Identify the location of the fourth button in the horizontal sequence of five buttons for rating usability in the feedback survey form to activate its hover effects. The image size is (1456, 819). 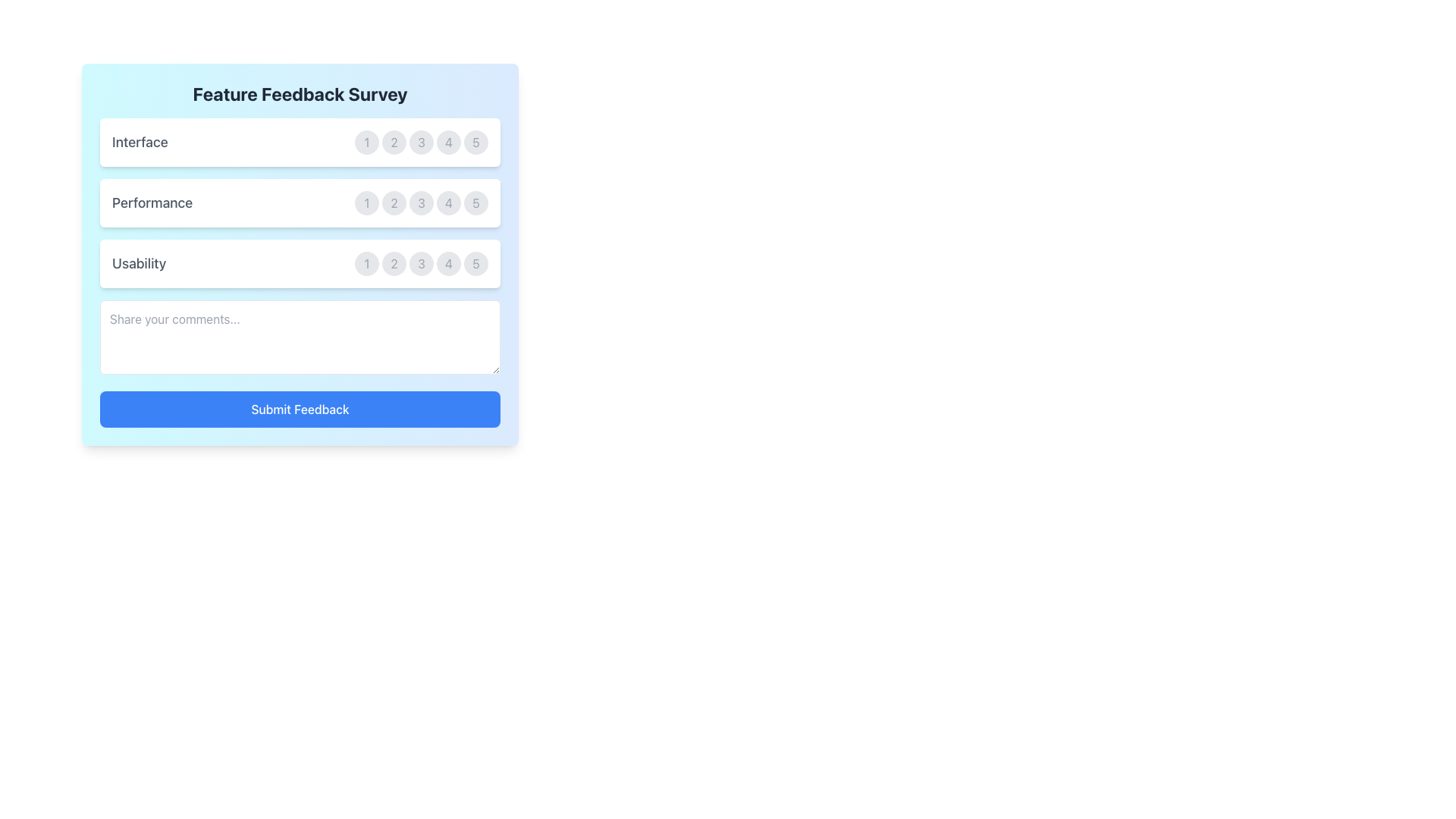
(447, 262).